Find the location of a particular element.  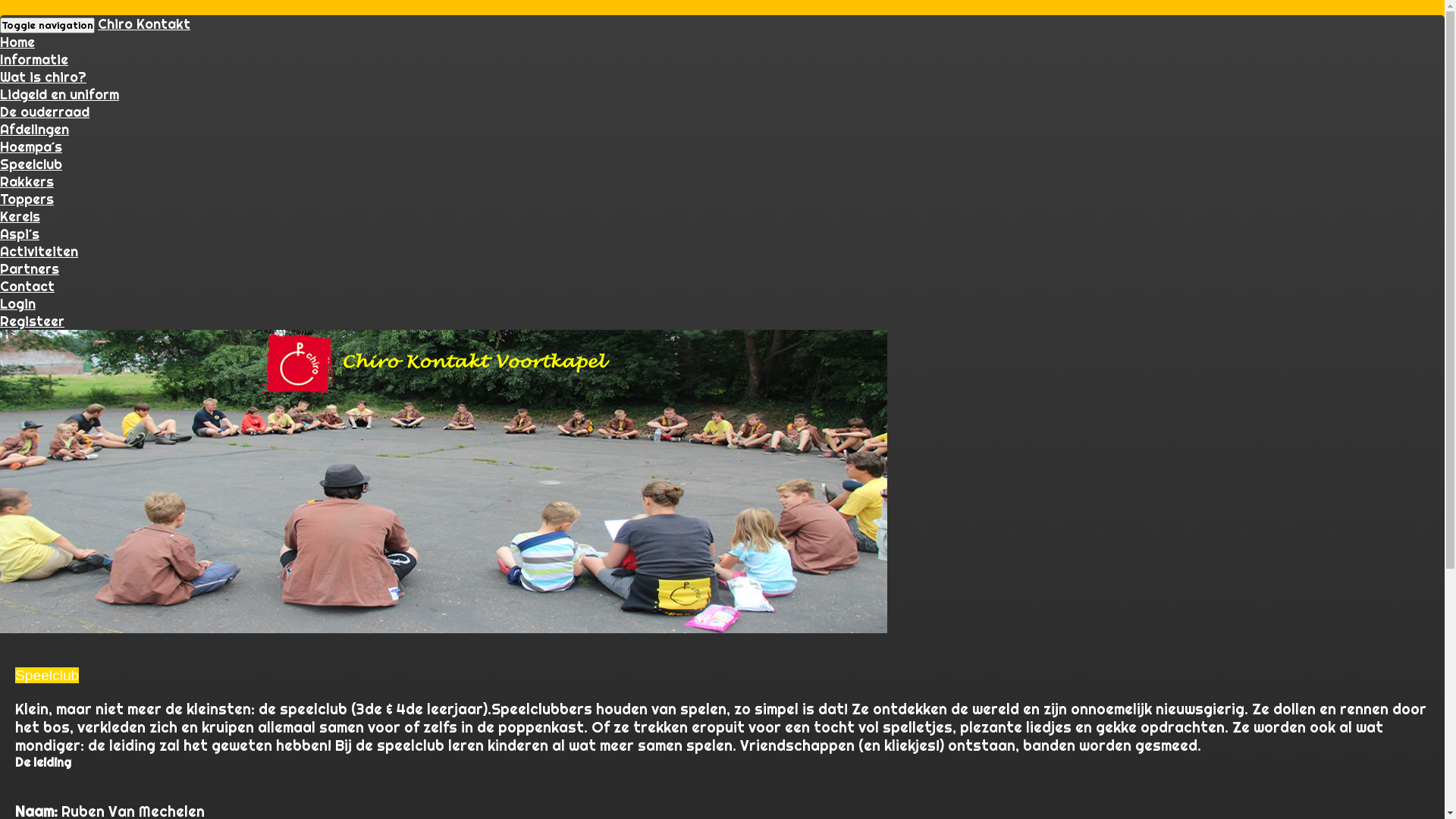

'Partners' is located at coordinates (29, 268).